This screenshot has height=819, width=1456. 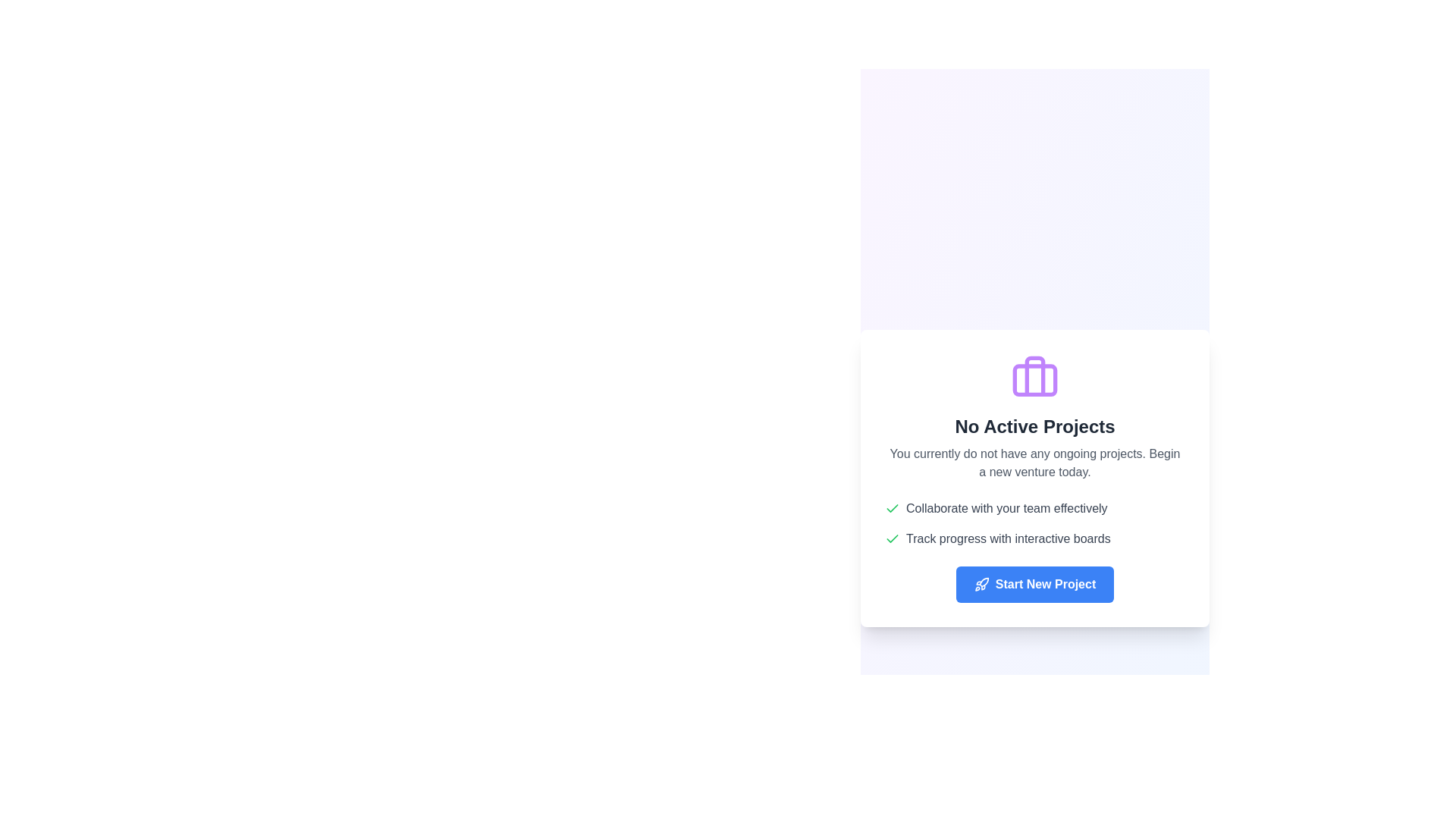 I want to click on the positive action indicator icon located under the text 'Track progress with interactive boards', specifically the second symbol in the feature list, so click(x=892, y=508).